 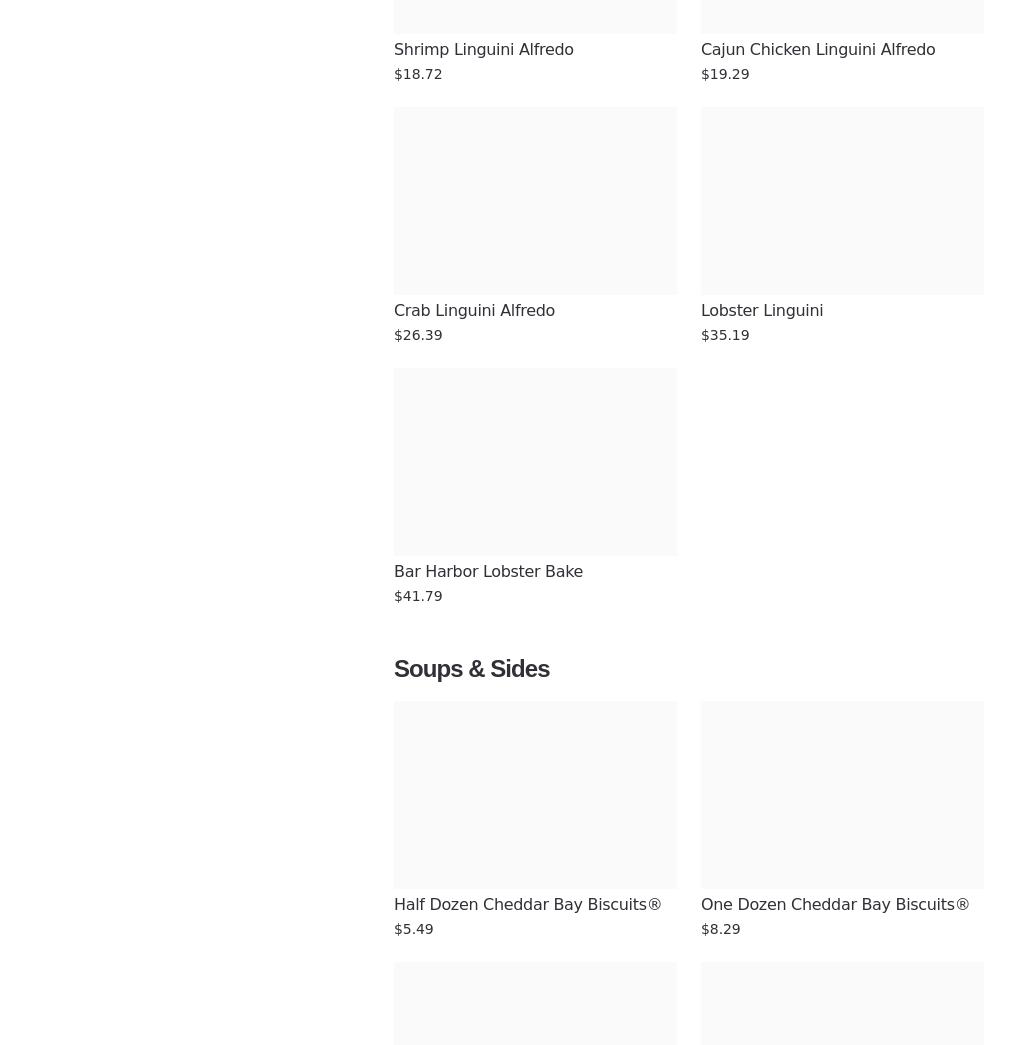 What do you see at coordinates (724, 335) in the screenshot?
I see `'$35.19'` at bounding box center [724, 335].